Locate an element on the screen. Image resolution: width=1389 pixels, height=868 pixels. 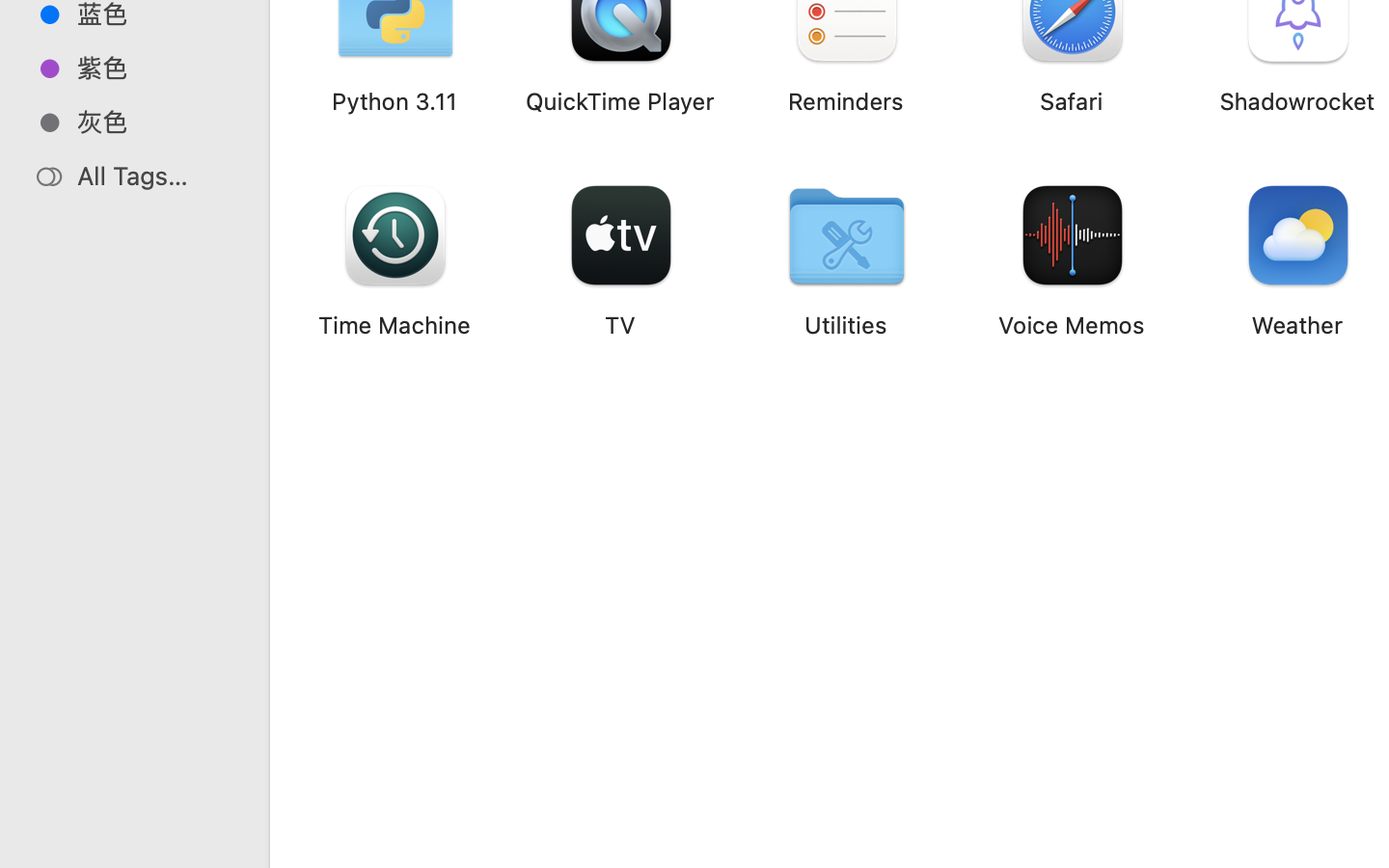
'紫色' is located at coordinates (153, 67).